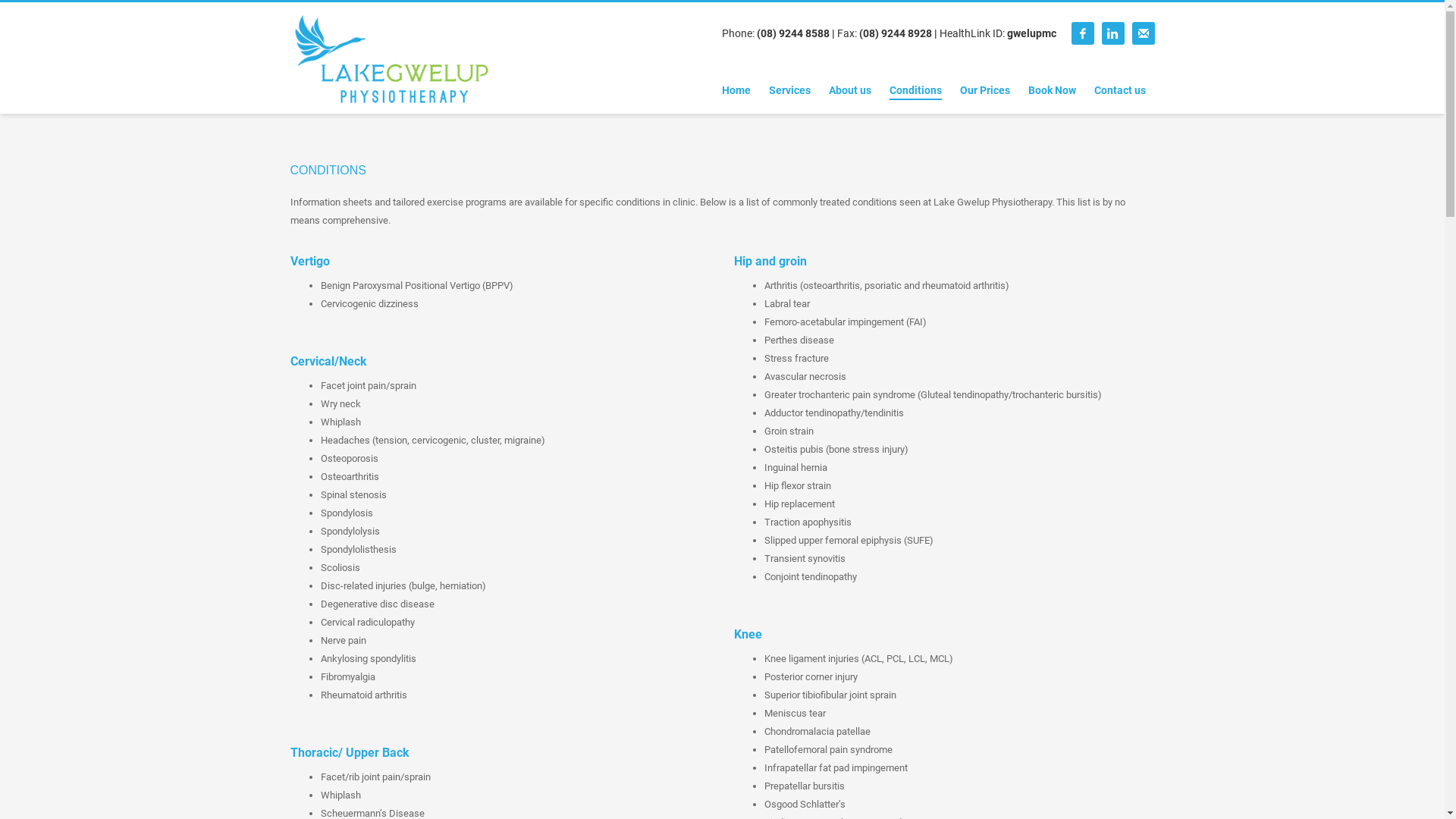 This screenshot has height=819, width=1456. I want to click on 'Book Now', so click(1051, 90).